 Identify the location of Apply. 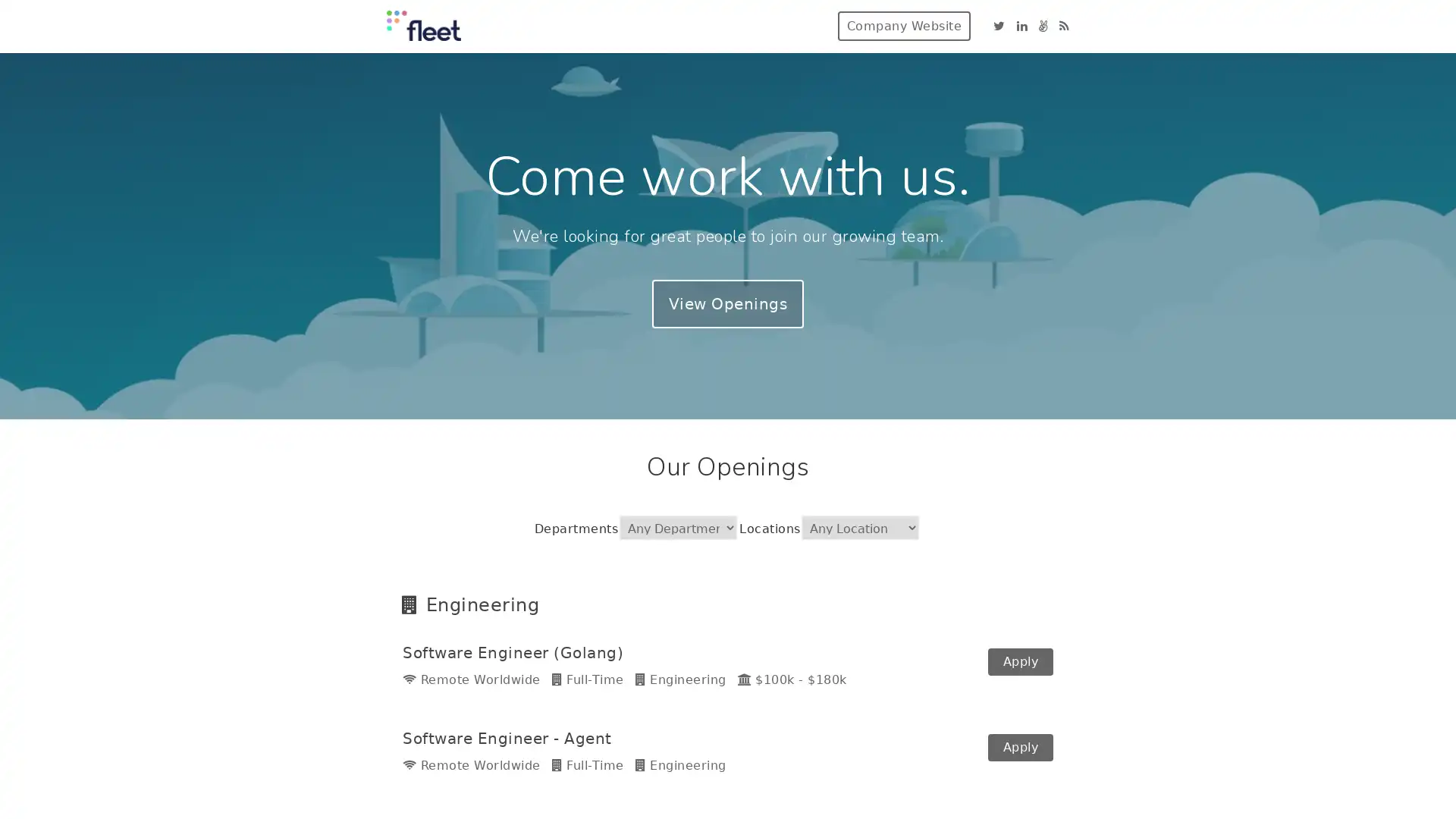
(1020, 675).